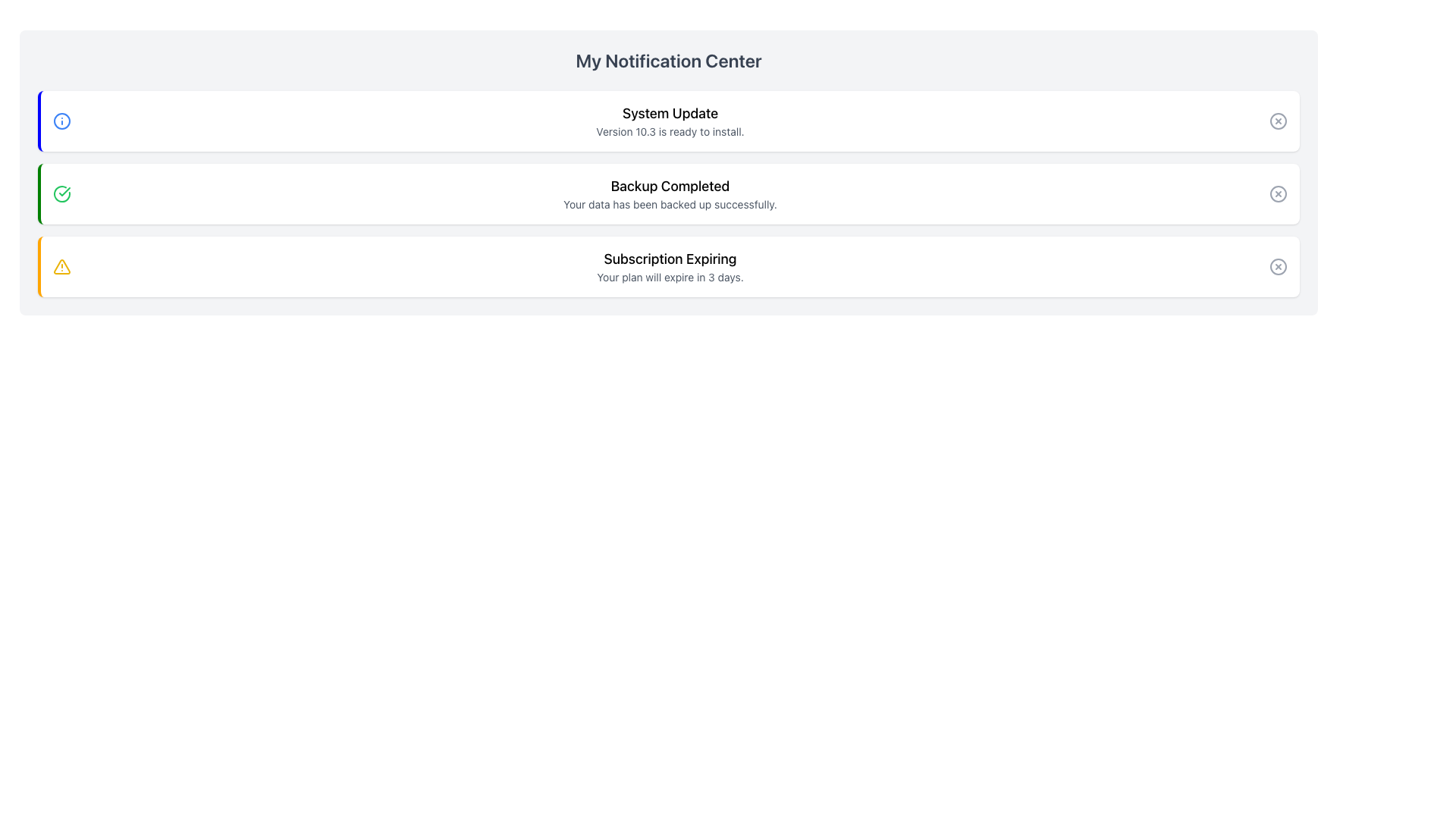  Describe the element at coordinates (1277, 265) in the screenshot. I see `the decorative graphical element of the red cross icon indicating deletion in the 'Subscription Expiring' notification block located at the bottom of the list` at that location.